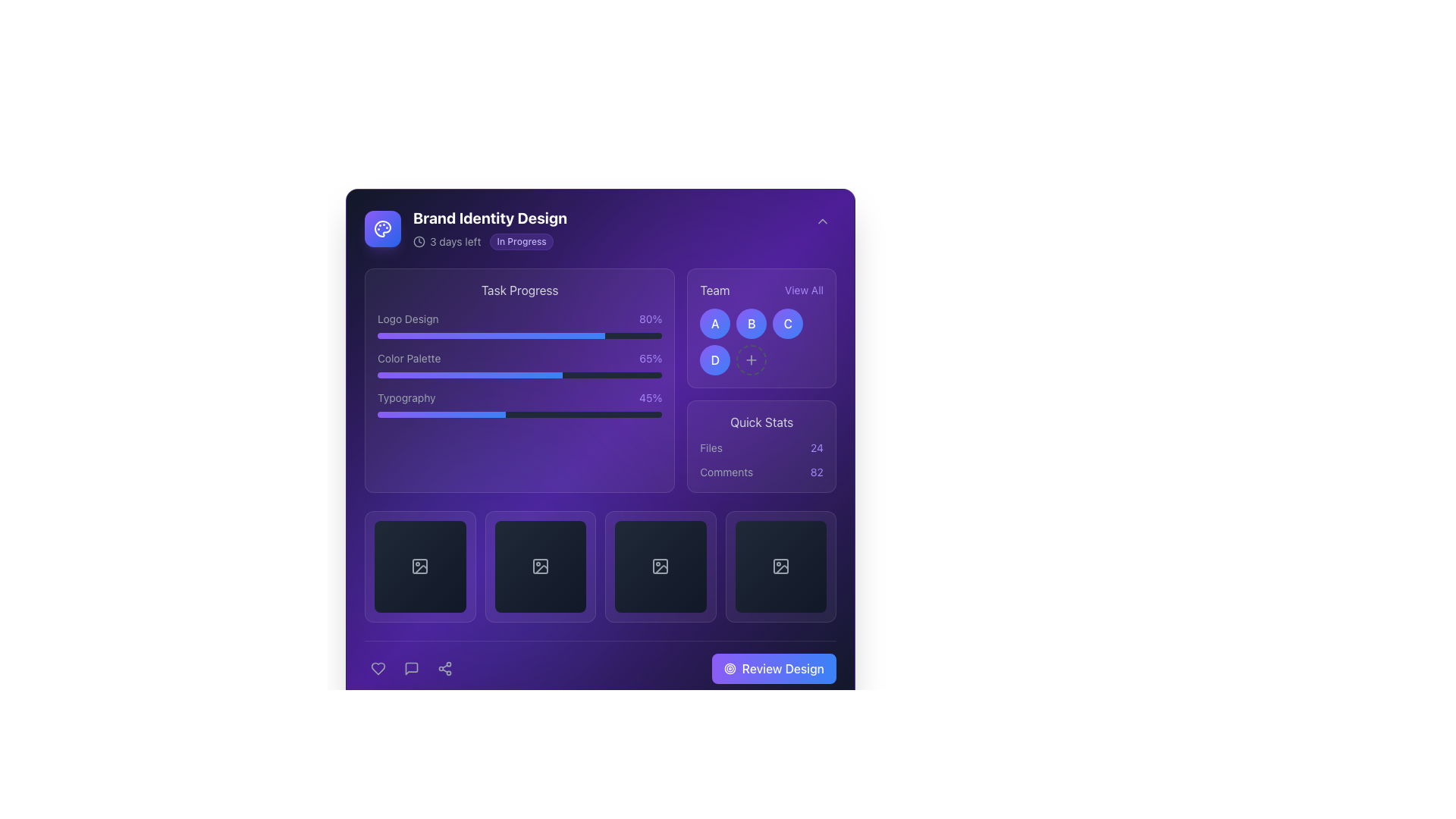 Image resolution: width=1456 pixels, height=819 pixels. I want to click on the SVG rectangle element located in the top-left square of the grid below the 'Task Progress' section, so click(420, 566).